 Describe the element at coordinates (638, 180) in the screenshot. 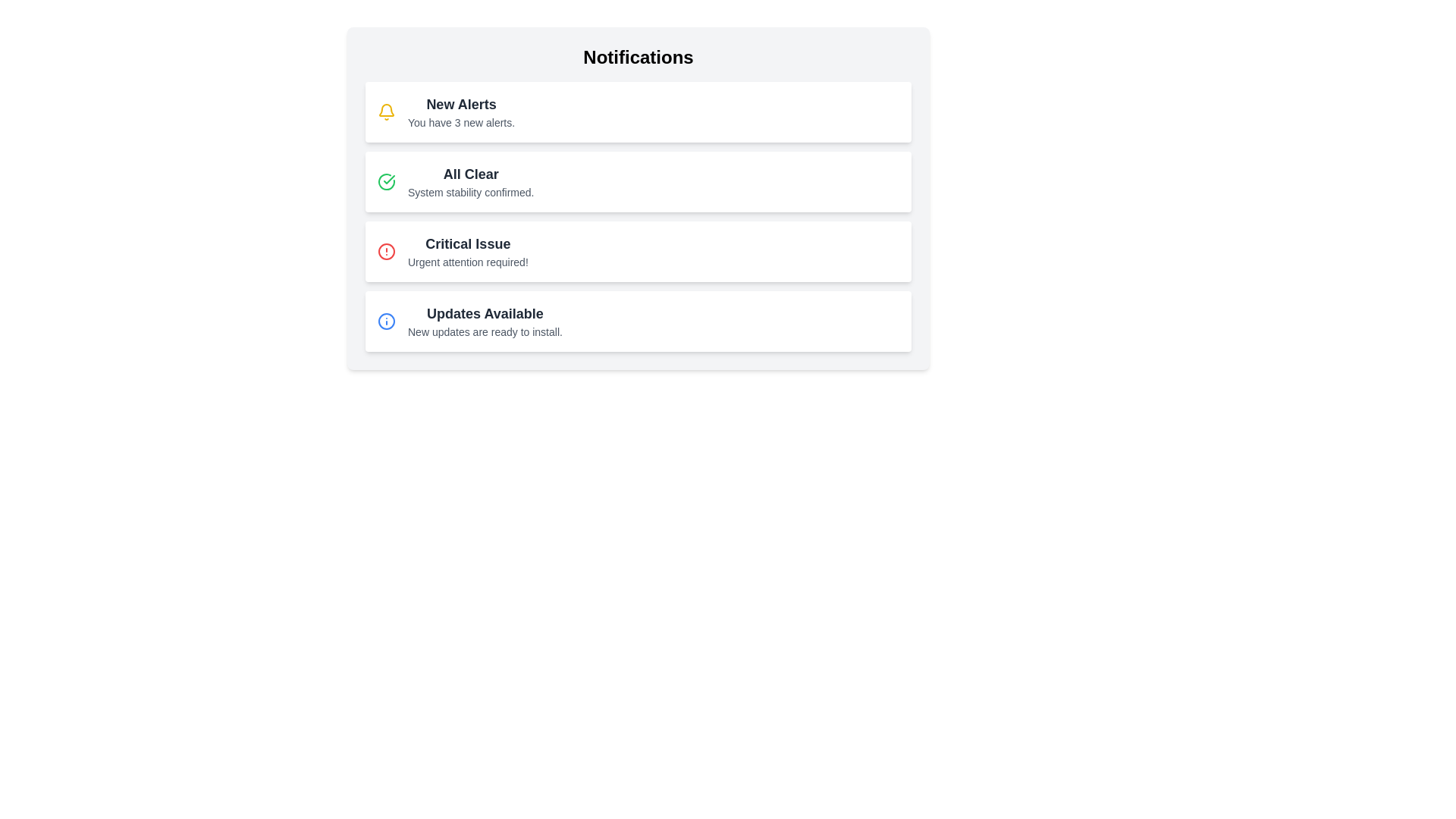

I see `the Notification card that provides a status update indicating everything is operating normally, located between 'New Alerts' and 'Critical Issue' in the Notifications list` at that location.